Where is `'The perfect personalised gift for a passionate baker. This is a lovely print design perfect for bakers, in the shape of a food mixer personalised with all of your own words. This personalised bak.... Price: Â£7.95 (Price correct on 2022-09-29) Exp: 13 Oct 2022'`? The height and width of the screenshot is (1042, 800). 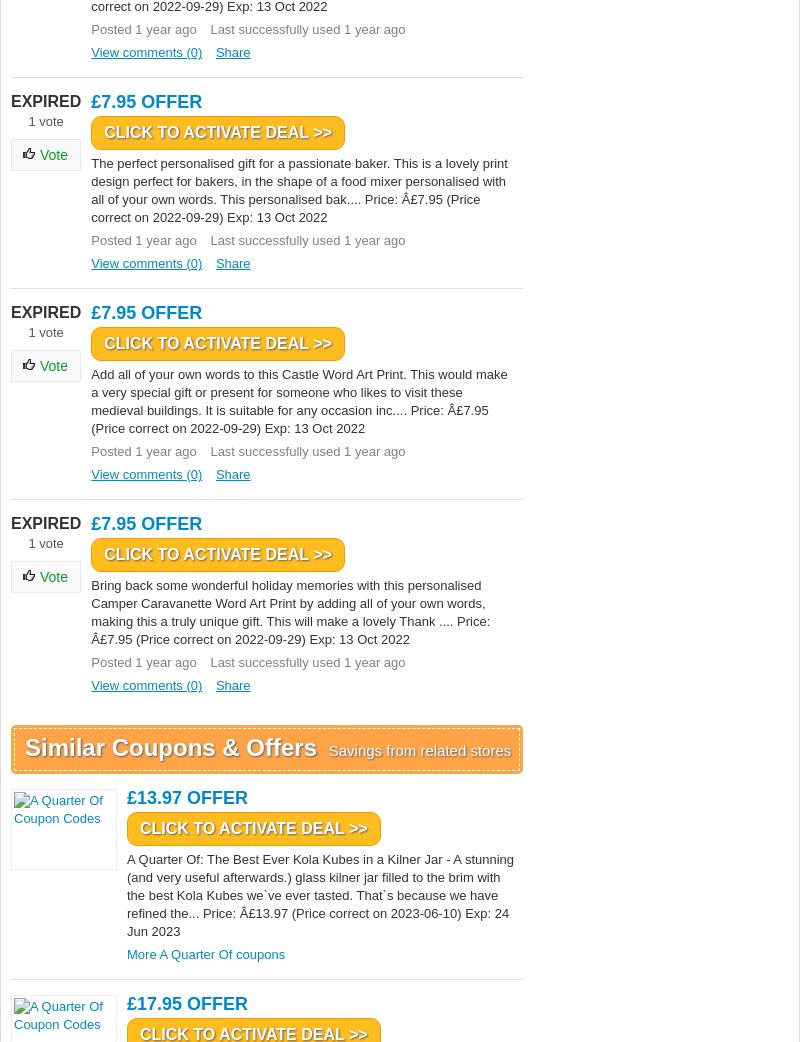 'The perfect personalised gift for a passionate baker. This is a lovely print design perfect for bakers, in the shape of a food mixer personalised with all of your own words. This personalised bak.... Price: Â£7.95 (Price correct on 2022-09-29) Exp: 13 Oct 2022' is located at coordinates (299, 189).